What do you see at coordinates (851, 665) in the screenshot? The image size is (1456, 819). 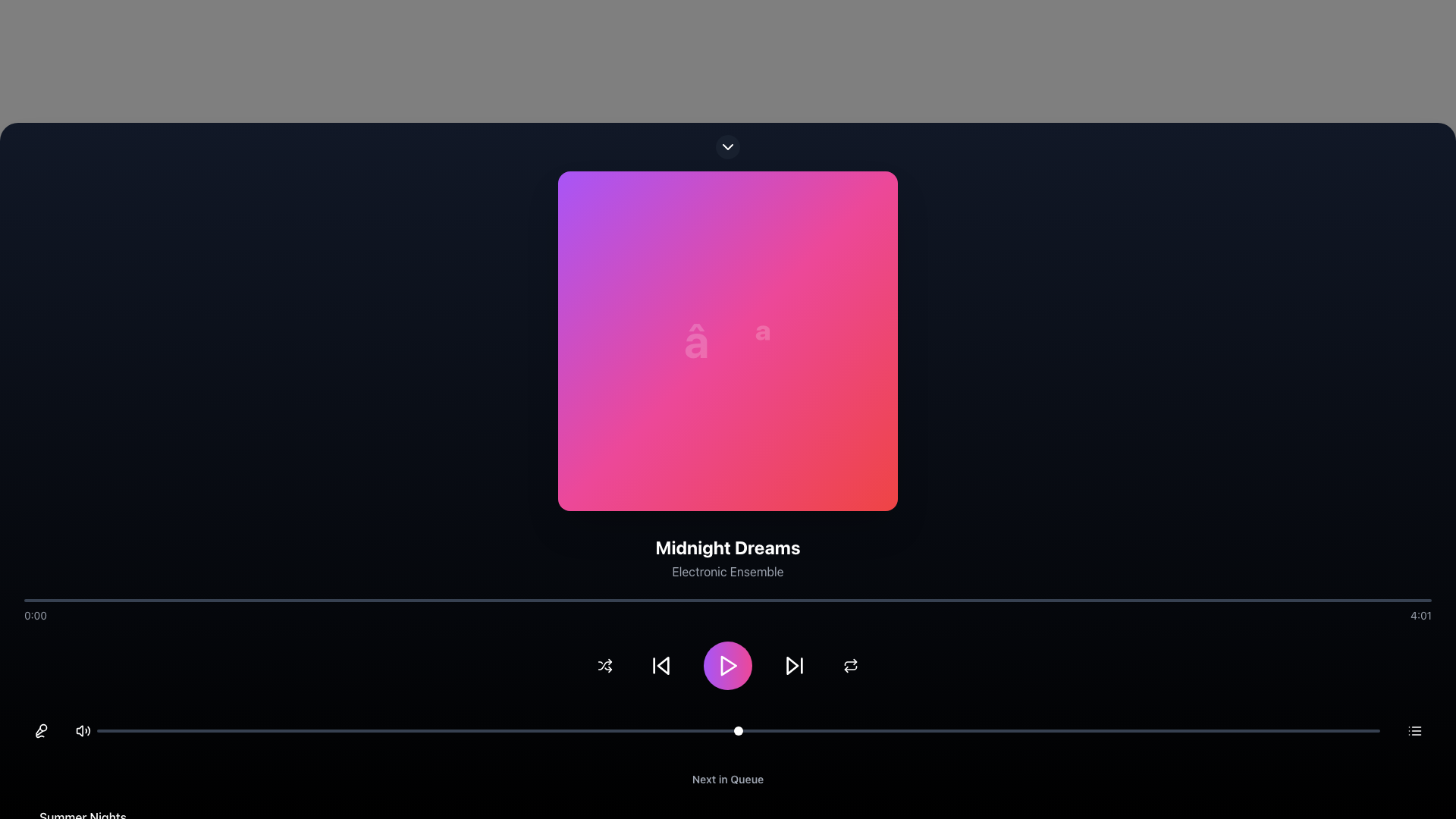 I see `the repeat toggle button located in the bottom control bar near the rightmost side of the playback control icons` at bounding box center [851, 665].